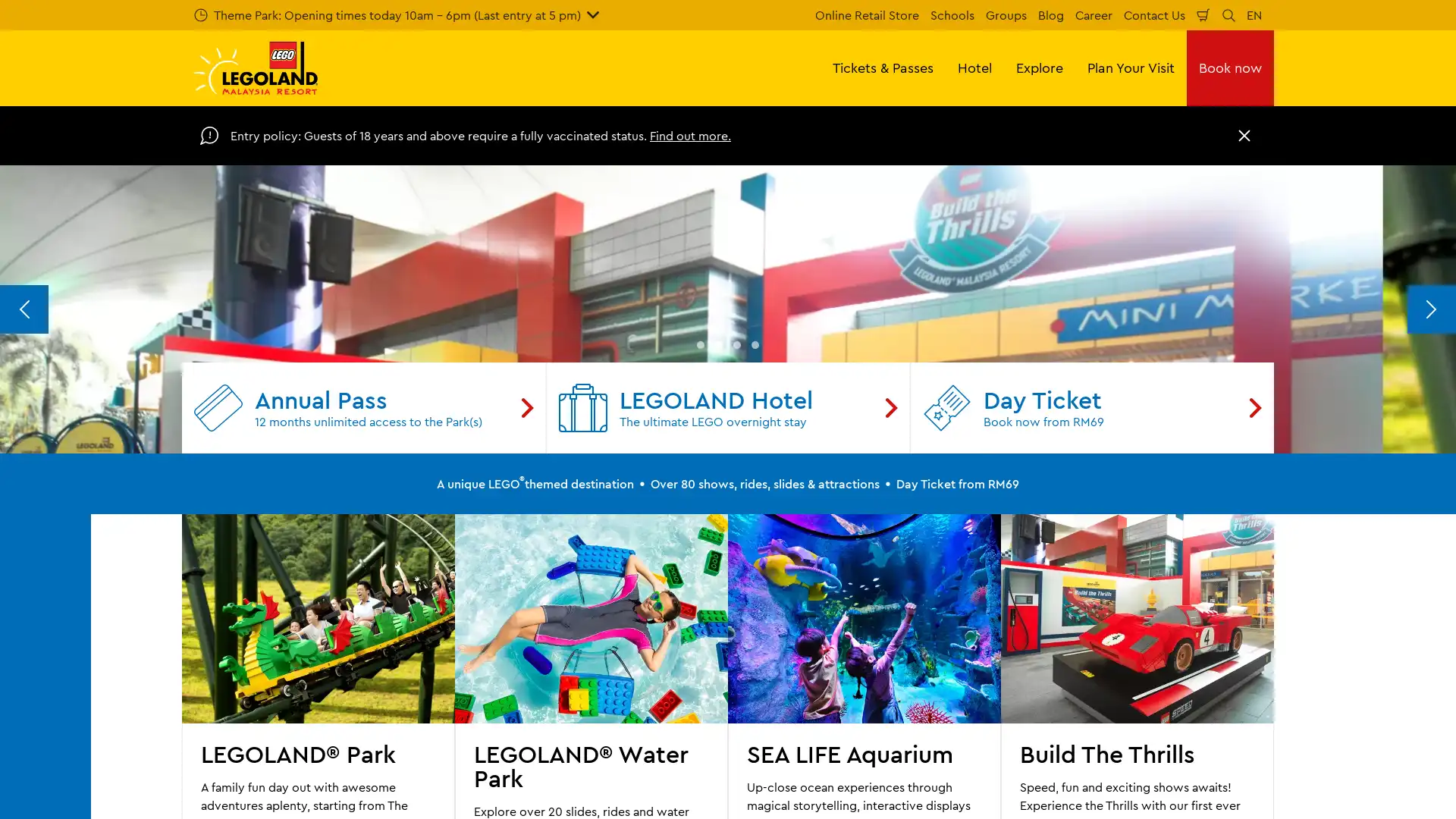  I want to click on Search, so click(1228, 14).